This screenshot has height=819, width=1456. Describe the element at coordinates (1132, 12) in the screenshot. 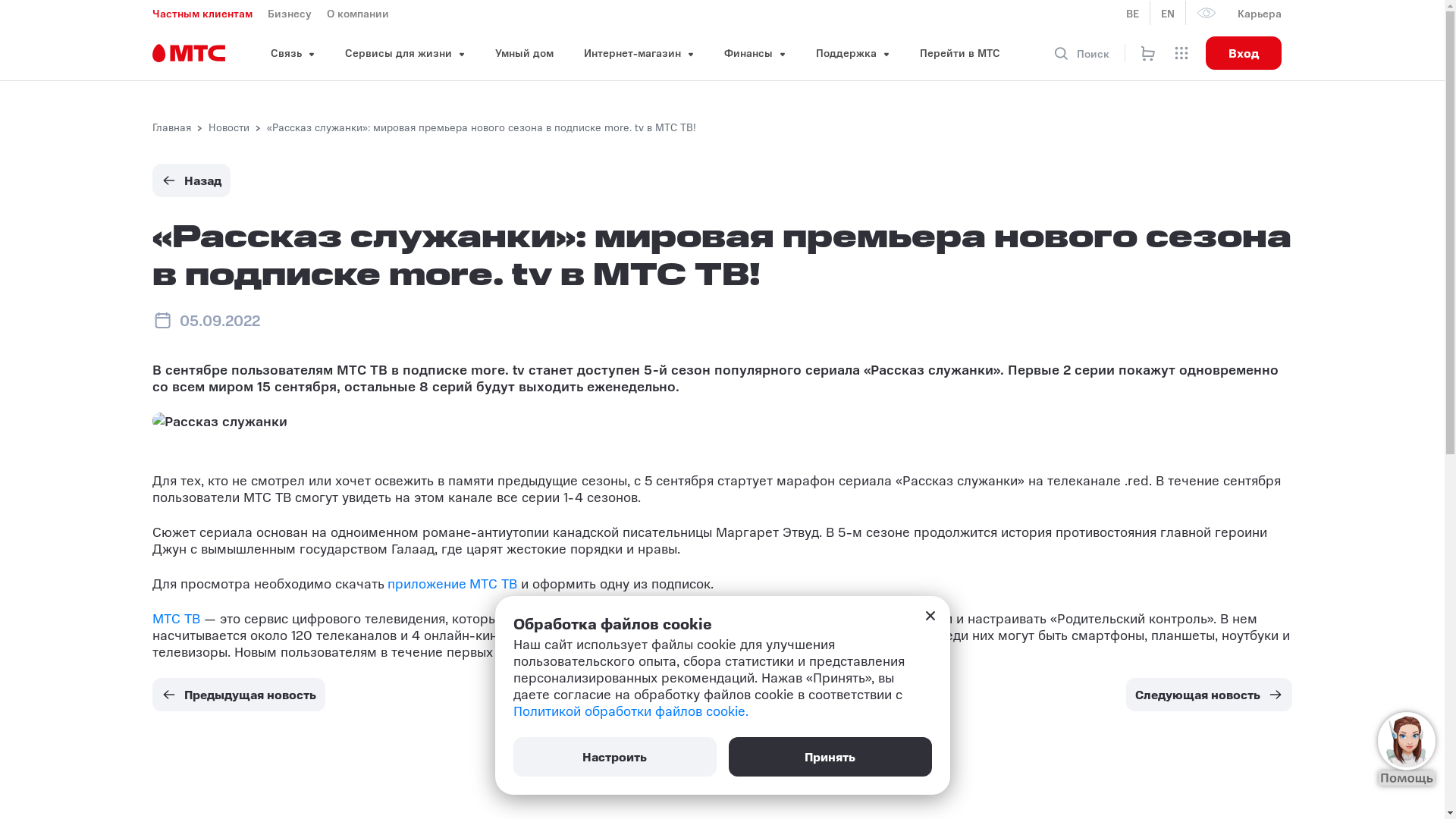

I see `'BE'` at that location.